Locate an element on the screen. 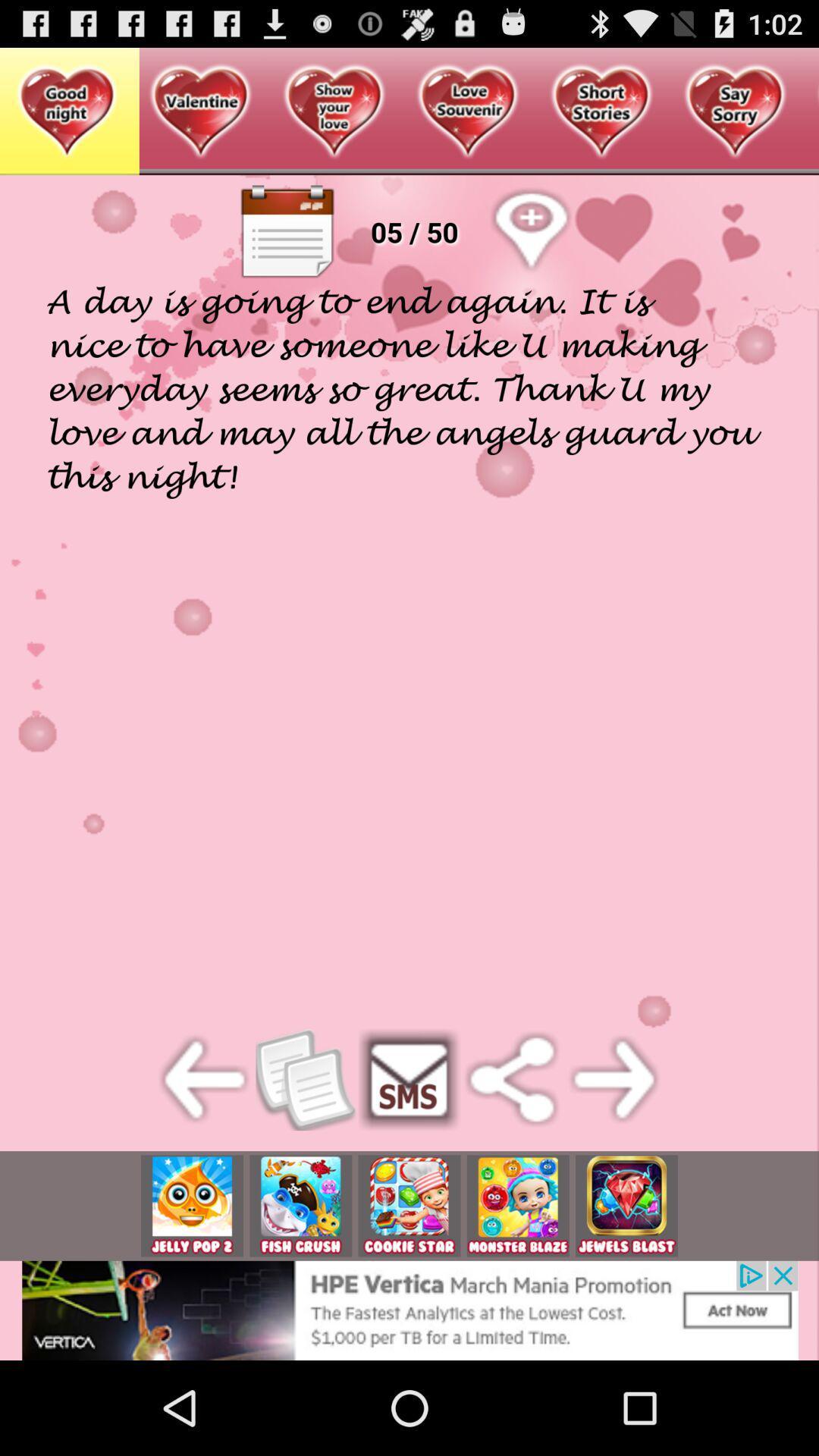 This screenshot has width=819, height=1456. the button which is on left side of sms button is located at coordinates (307, 1079).